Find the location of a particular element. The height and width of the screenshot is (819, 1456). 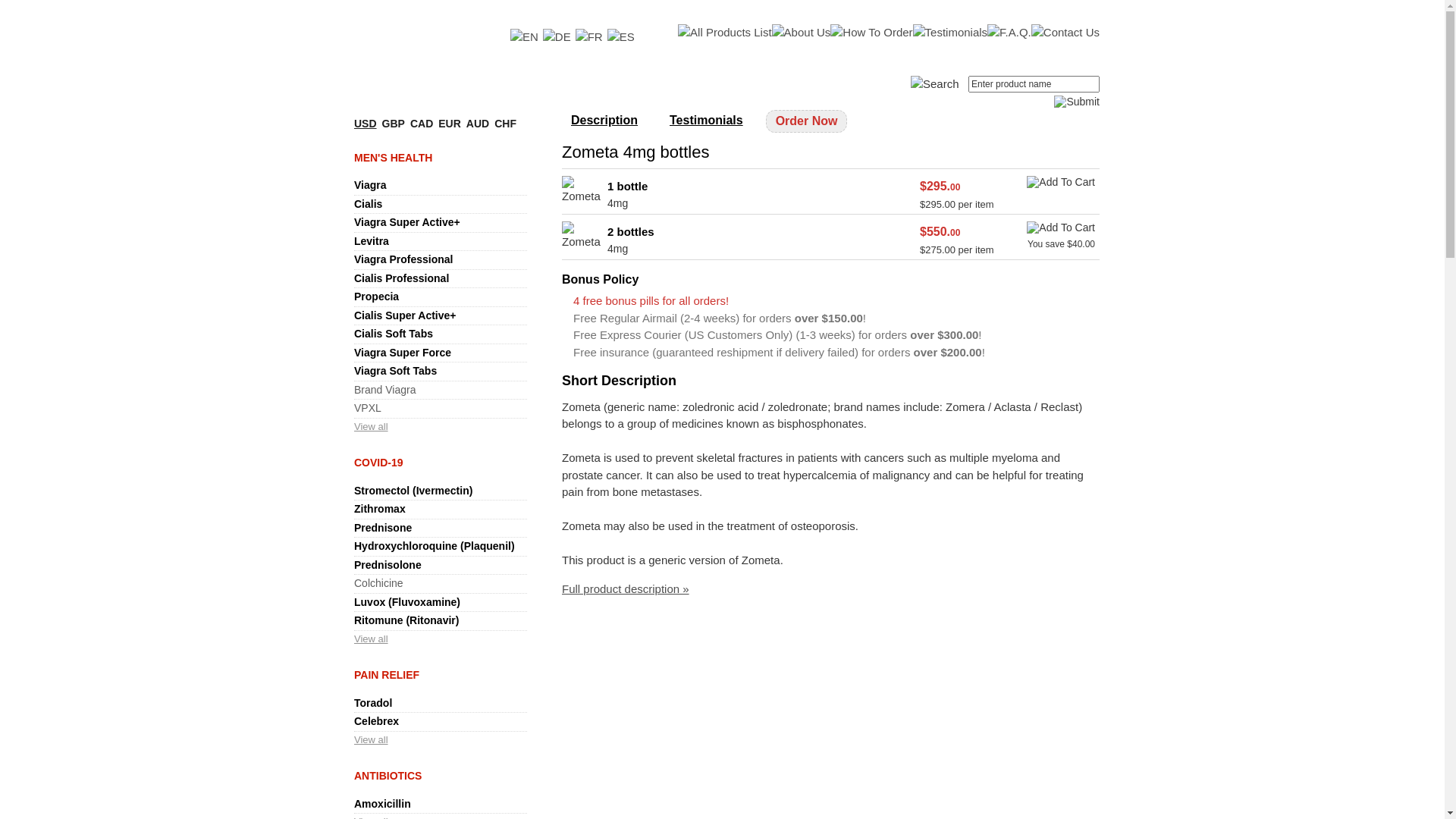

'Hydroxychloroquine (Plaquenil)' is located at coordinates (353, 546).